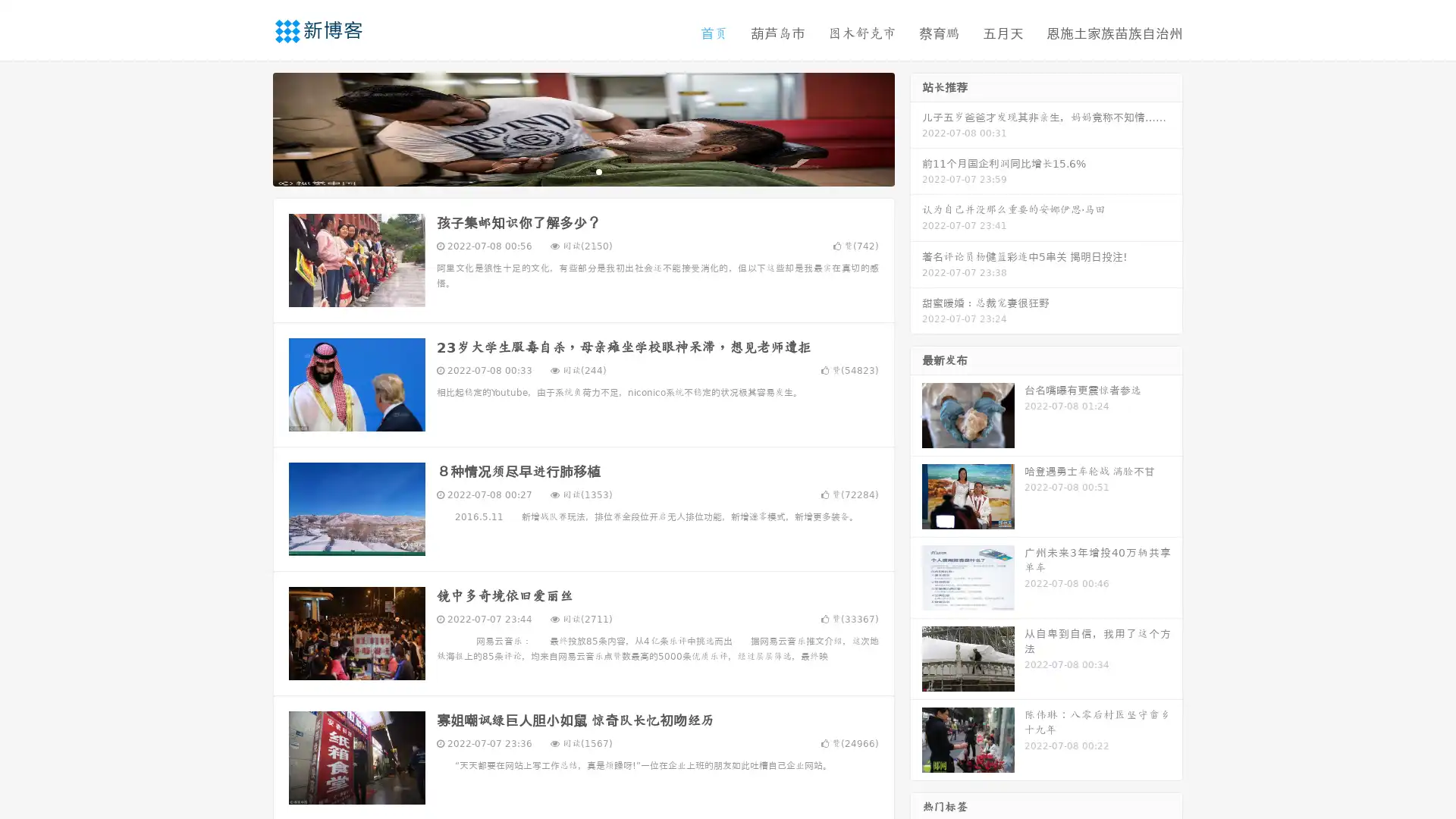 Image resolution: width=1456 pixels, height=819 pixels. I want to click on Next slide, so click(916, 127).